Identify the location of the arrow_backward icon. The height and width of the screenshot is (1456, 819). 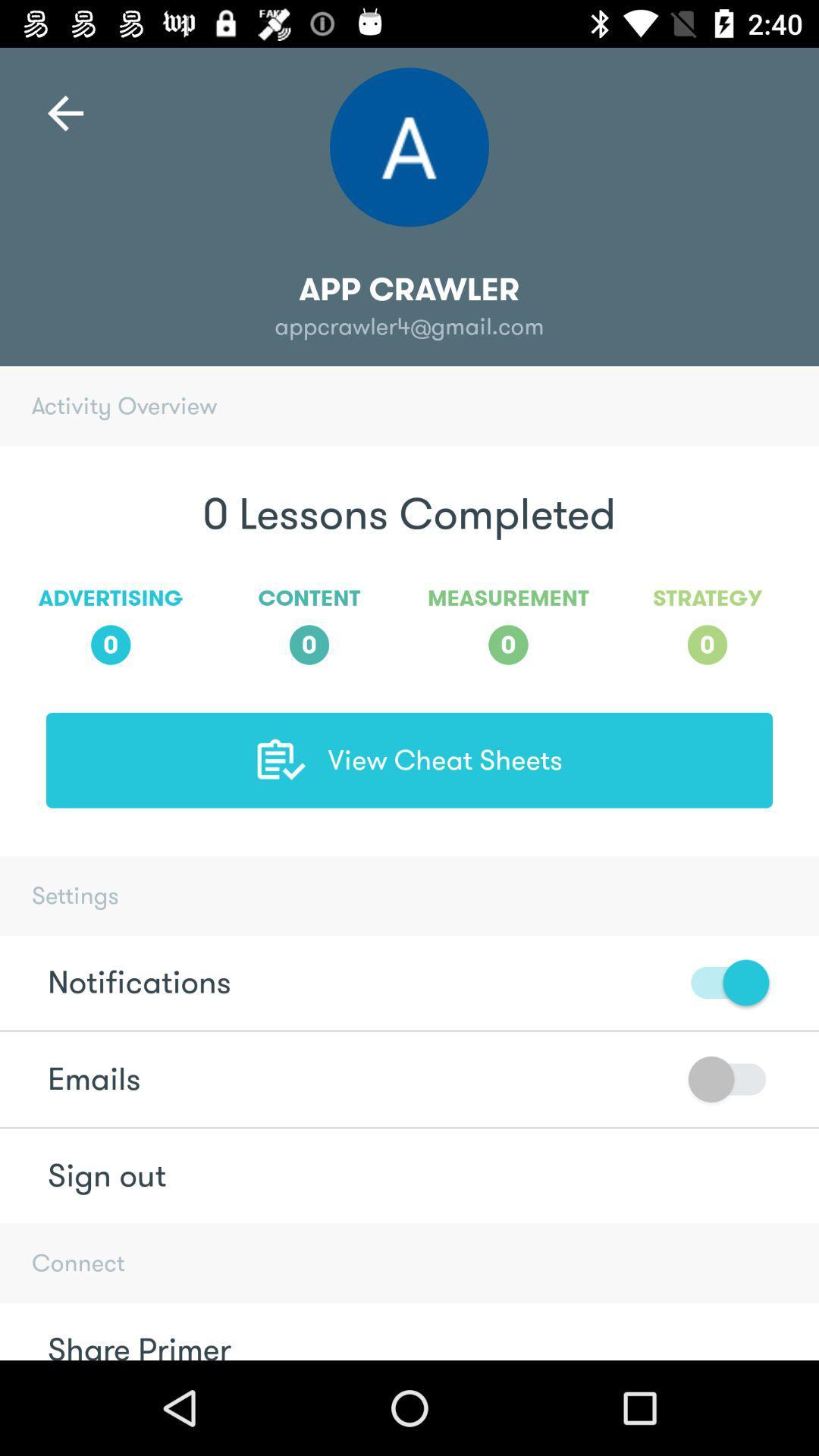
(64, 112).